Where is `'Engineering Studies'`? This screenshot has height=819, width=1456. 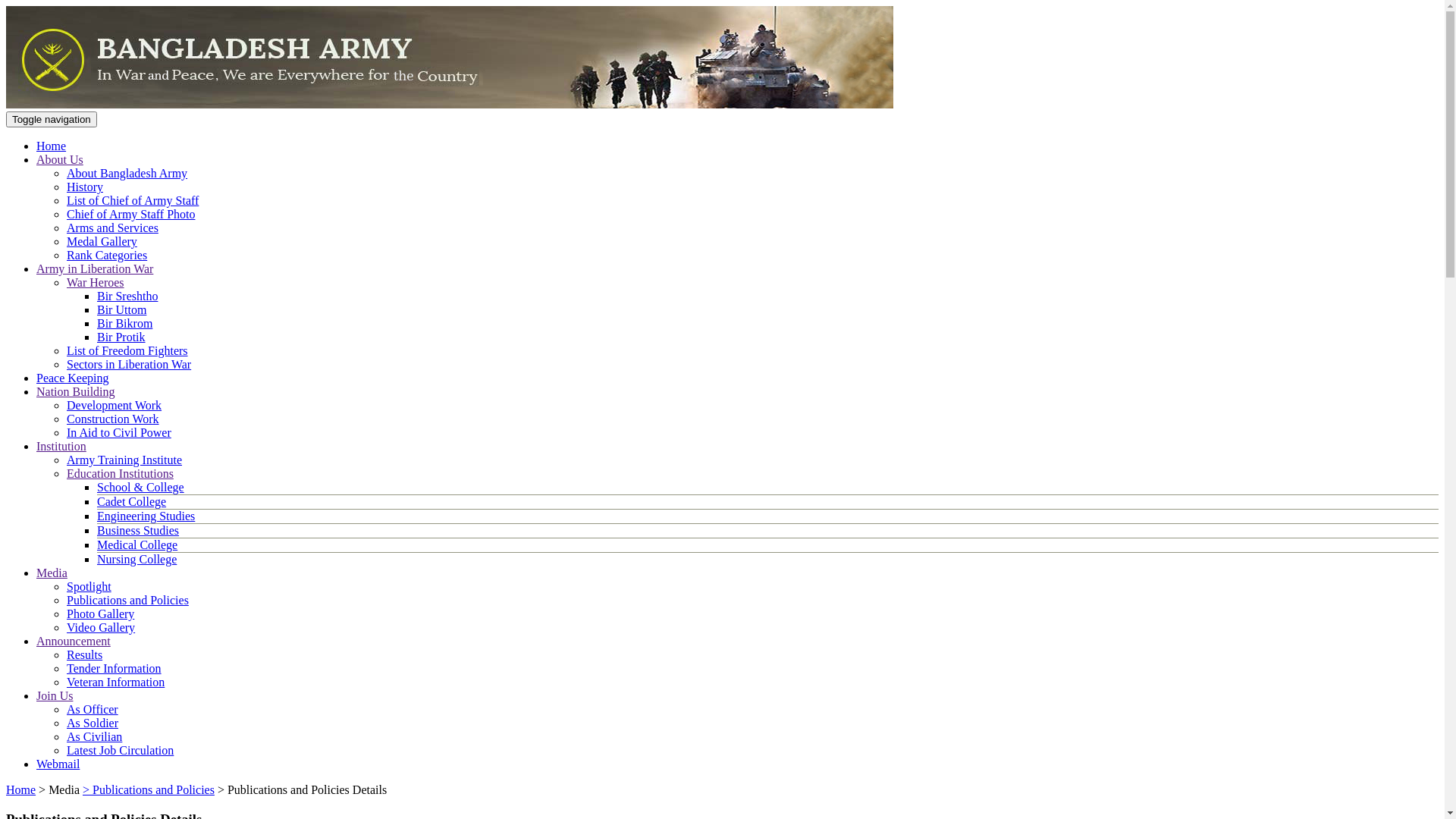
'Engineering Studies' is located at coordinates (96, 515).